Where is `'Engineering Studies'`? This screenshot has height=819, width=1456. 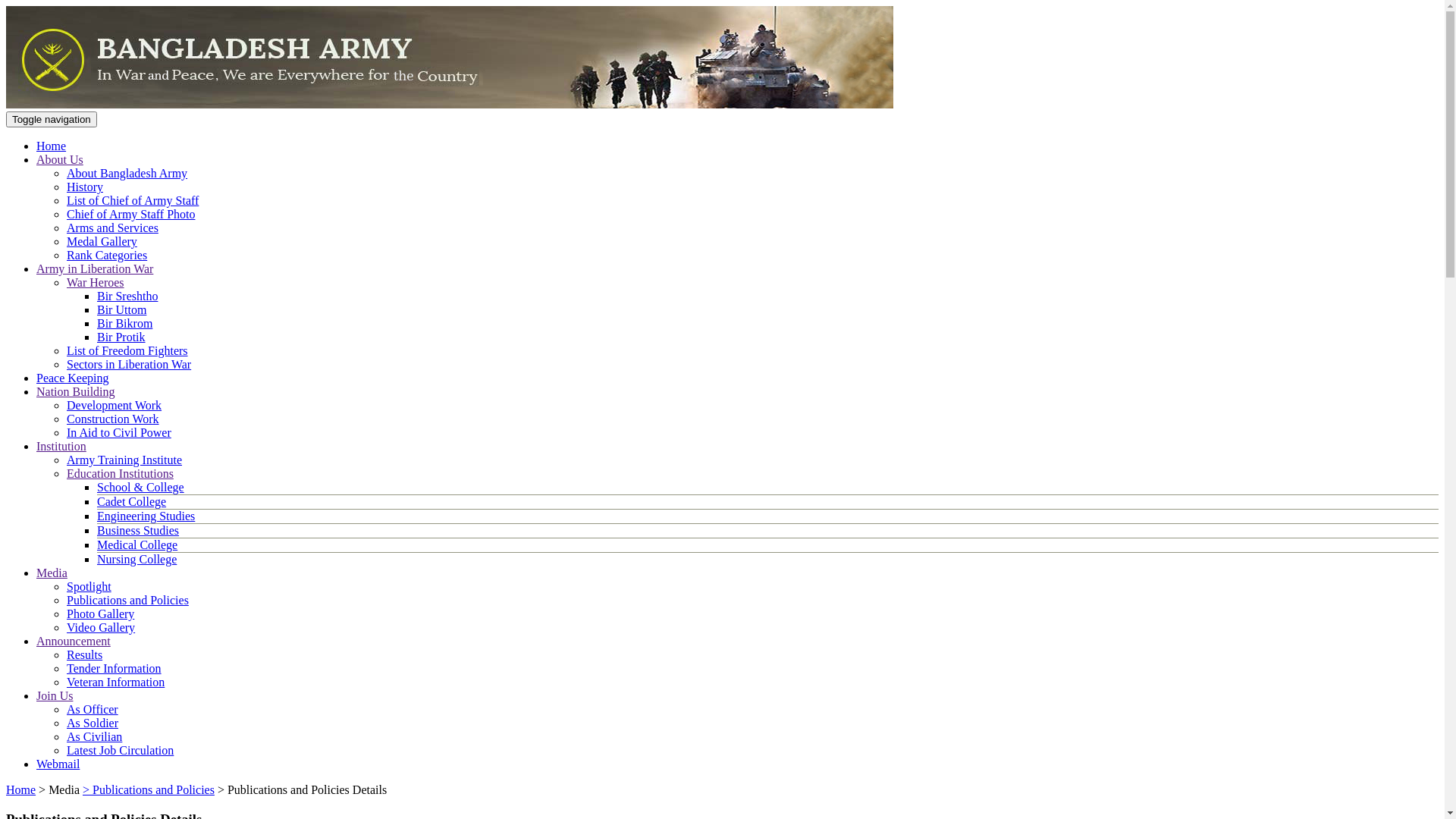
'Engineering Studies' is located at coordinates (96, 515).